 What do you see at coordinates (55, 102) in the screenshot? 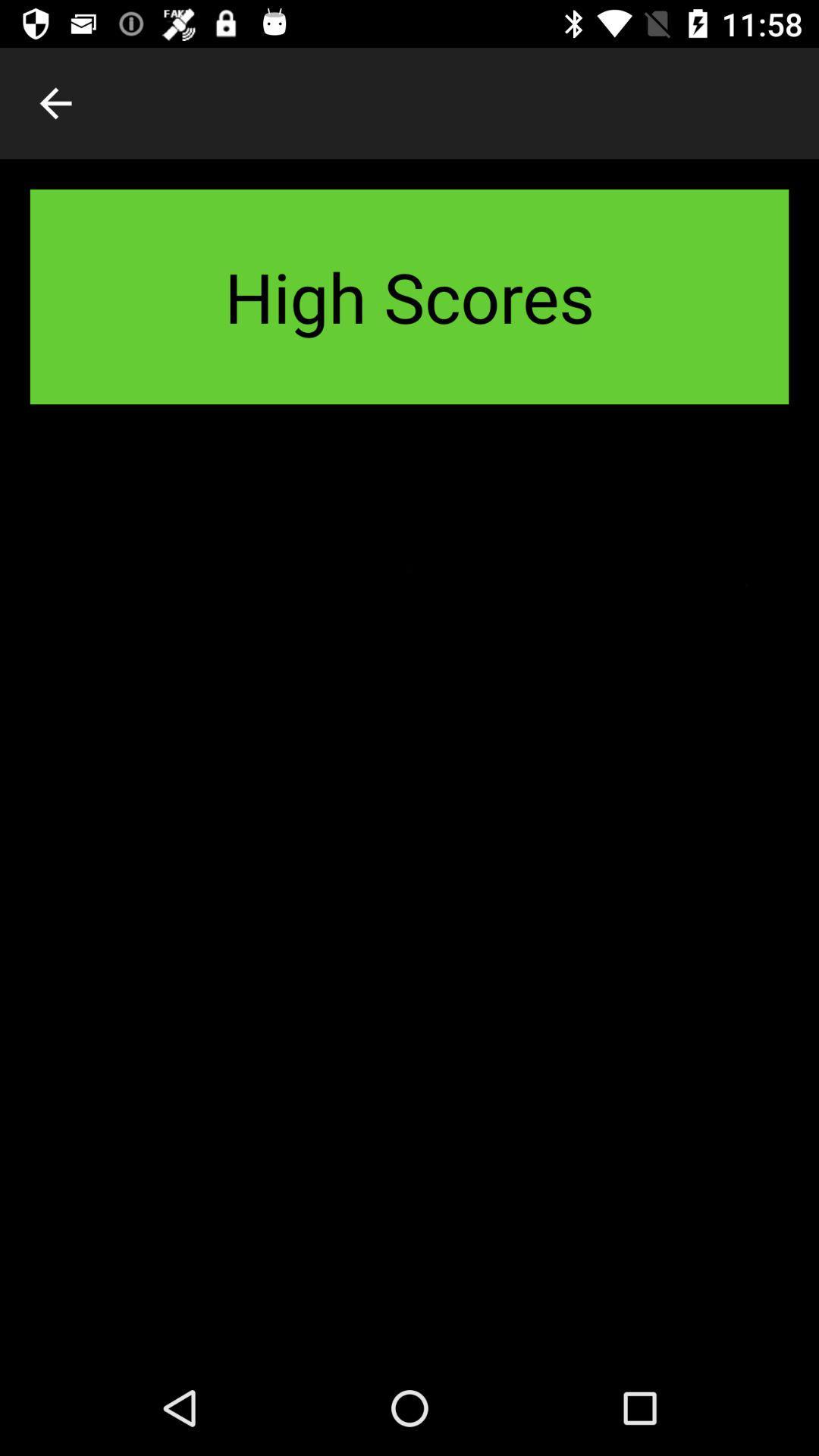
I see `item above the high scores icon` at bounding box center [55, 102].